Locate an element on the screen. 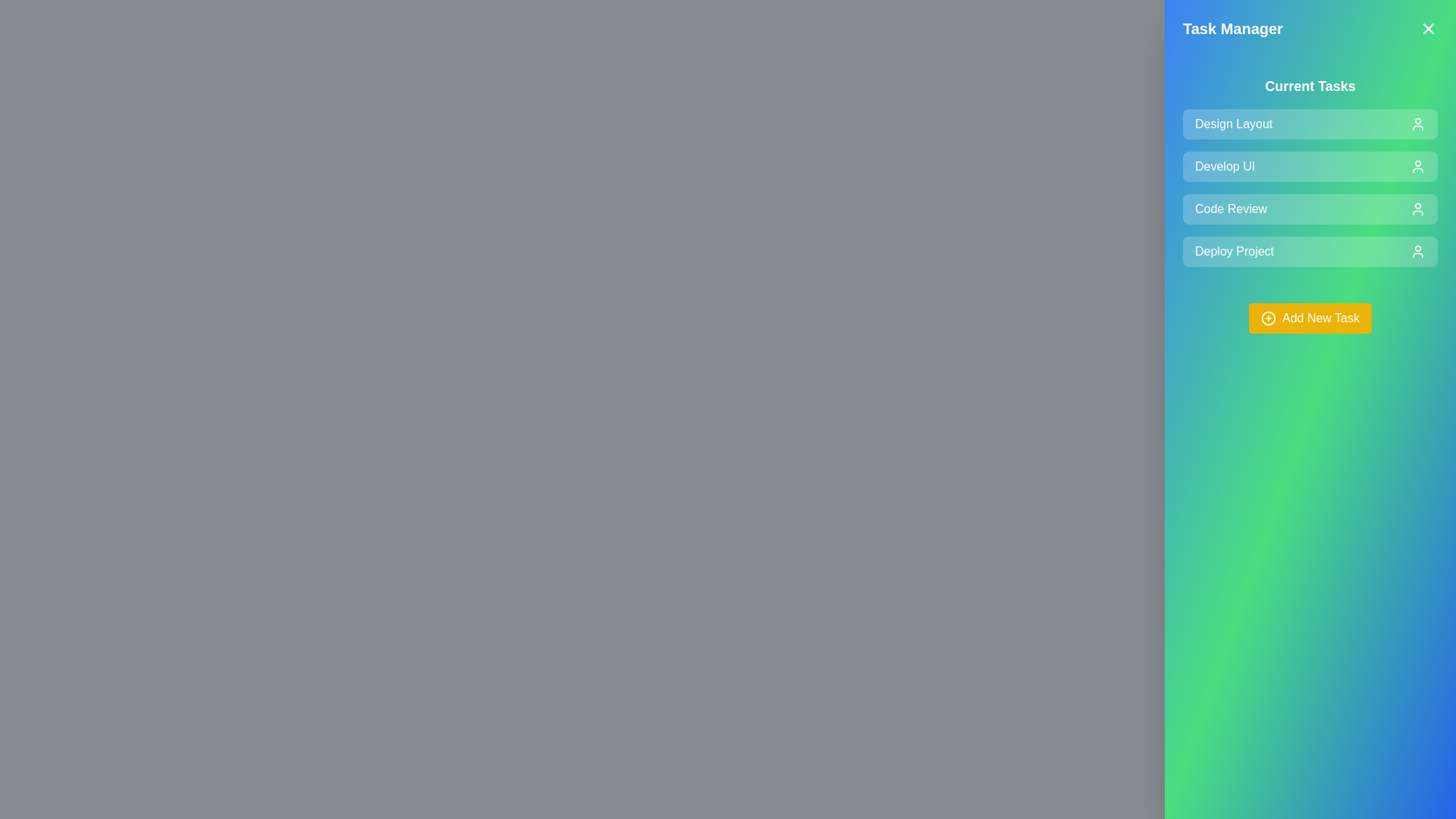  the 'Code Review' task label in the current tasks list located in the right panel of the interface is located at coordinates (1231, 209).